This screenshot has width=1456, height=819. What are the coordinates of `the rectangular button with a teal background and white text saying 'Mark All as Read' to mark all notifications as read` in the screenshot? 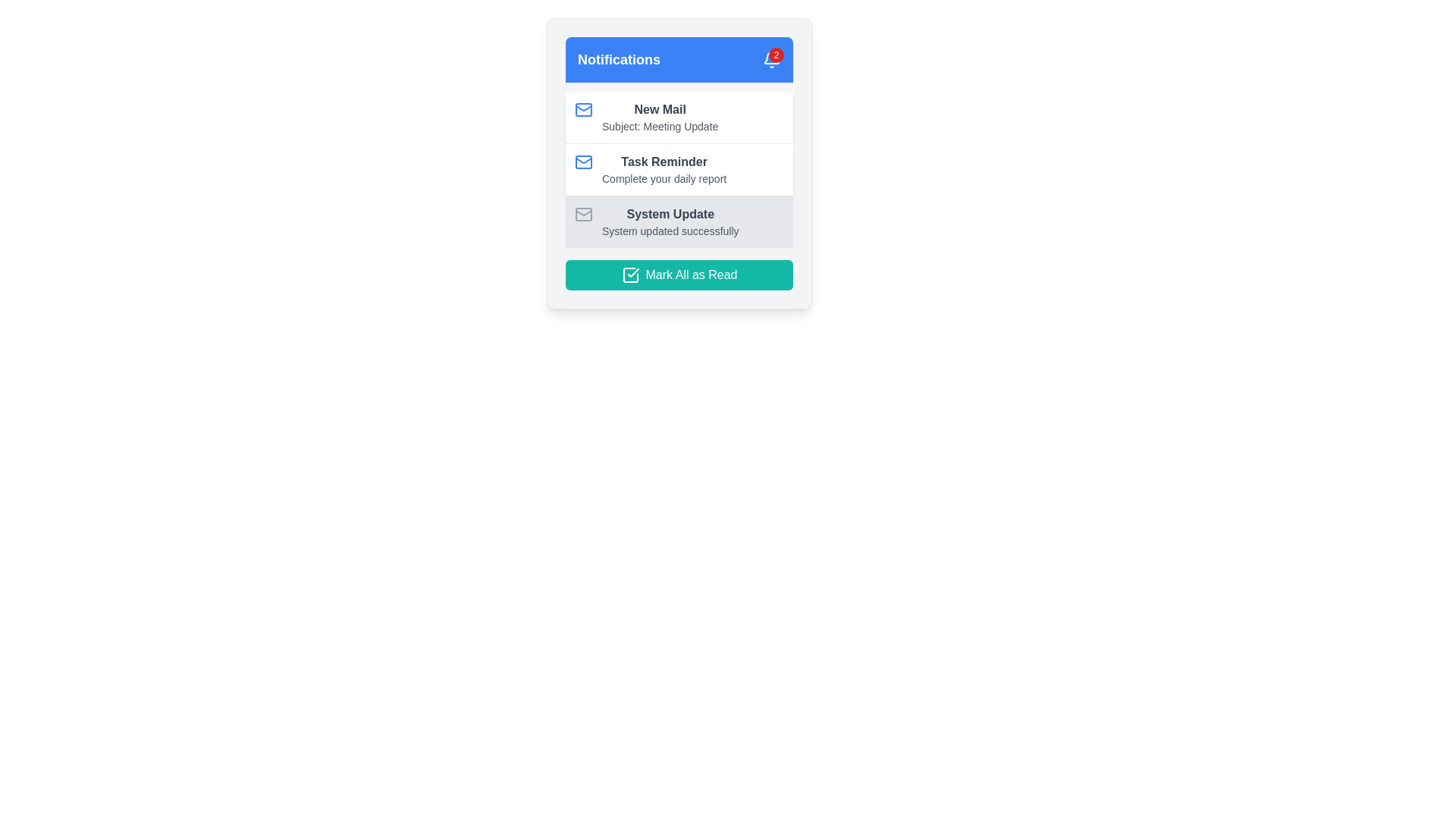 It's located at (679, 275).